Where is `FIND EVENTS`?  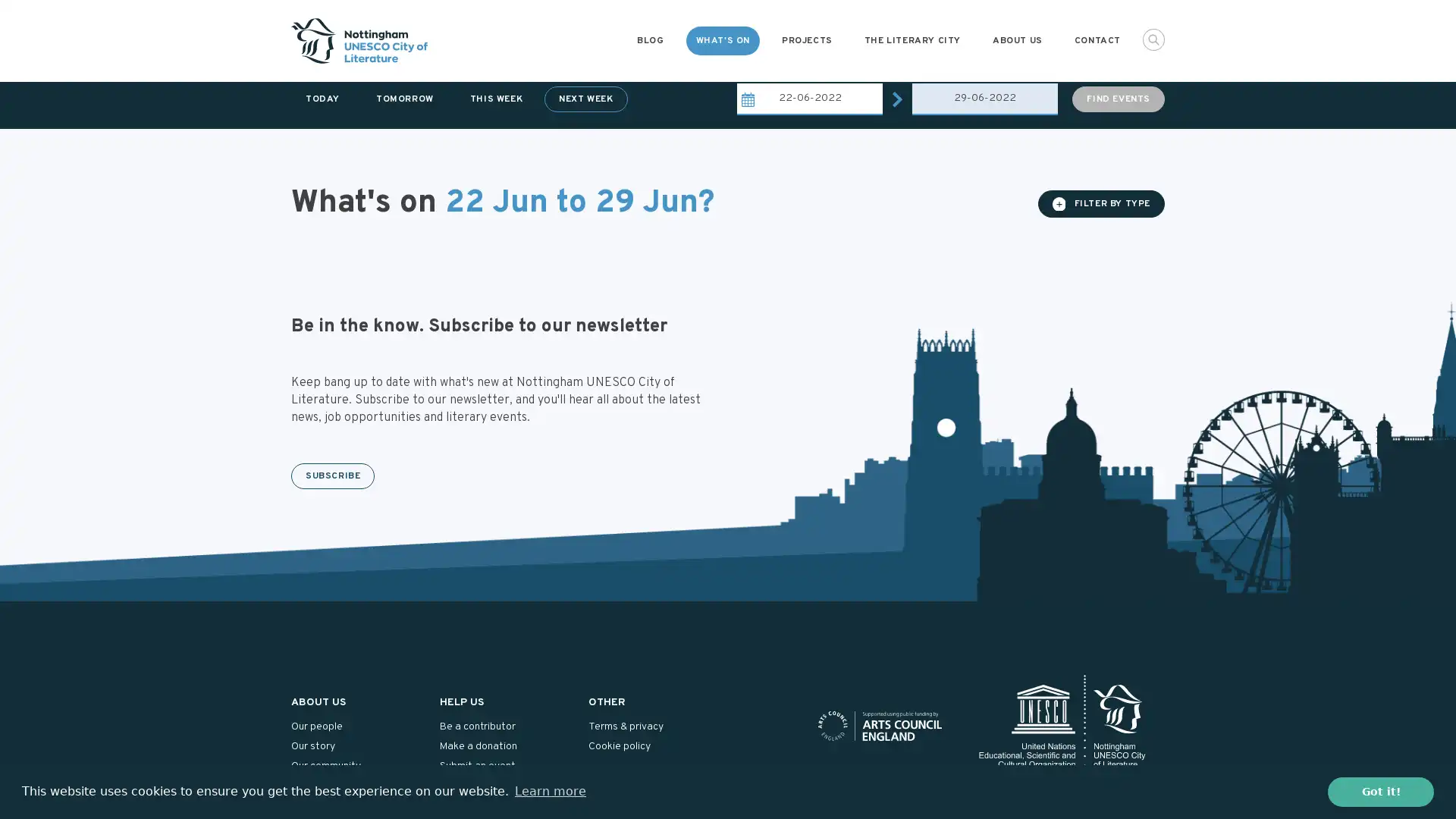 FIND EVENTS is located at coordinates (1118, 99).